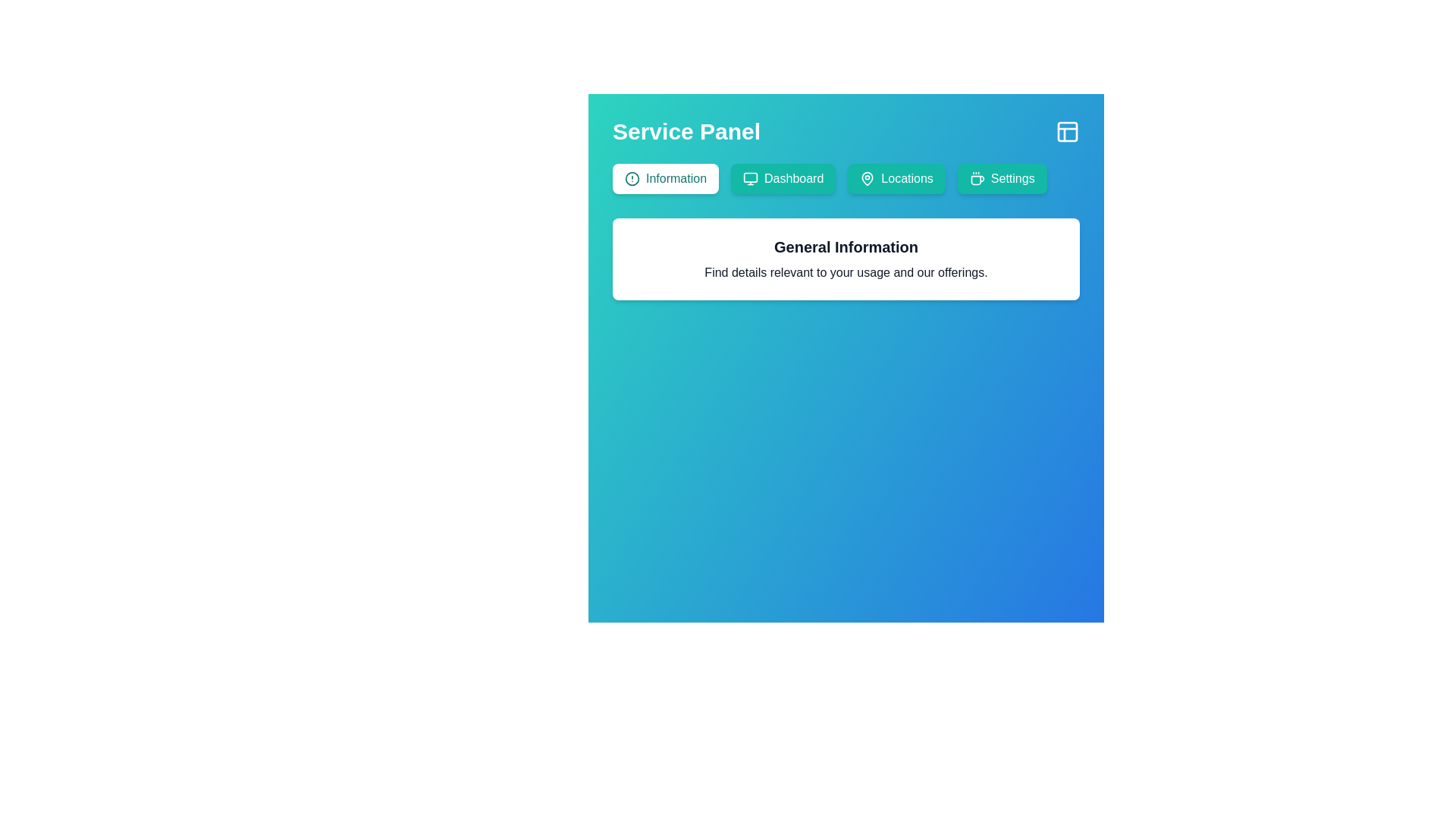 This screenshot has width=1456, height=819. I want to click on the teal-green stroke circular icon resembling a warning or alert, located on the leftmost part of the 'Information' button at the top left of the interface, so click(632, 177).